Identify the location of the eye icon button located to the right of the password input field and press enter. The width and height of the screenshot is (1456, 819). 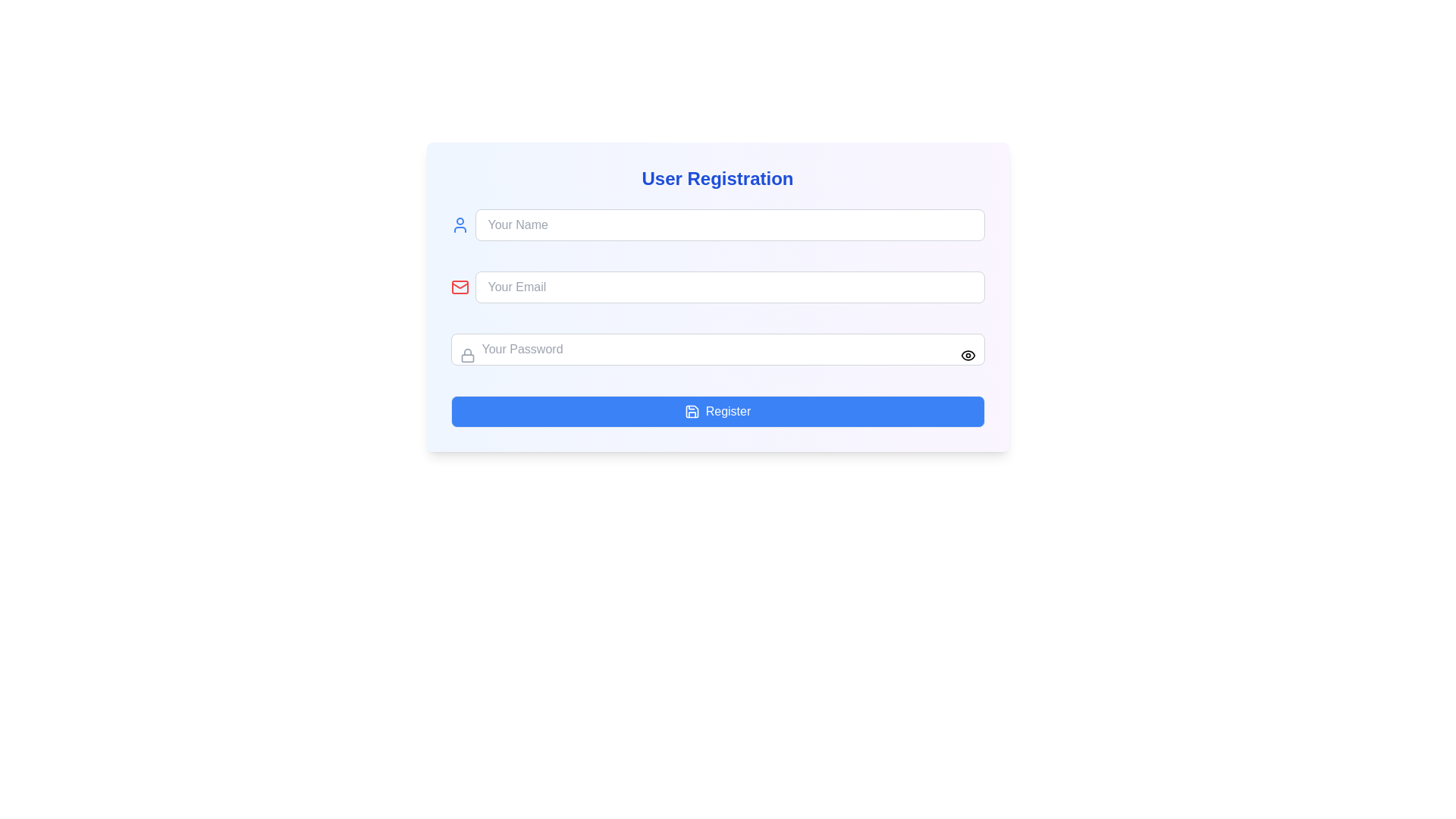
(967, 356).